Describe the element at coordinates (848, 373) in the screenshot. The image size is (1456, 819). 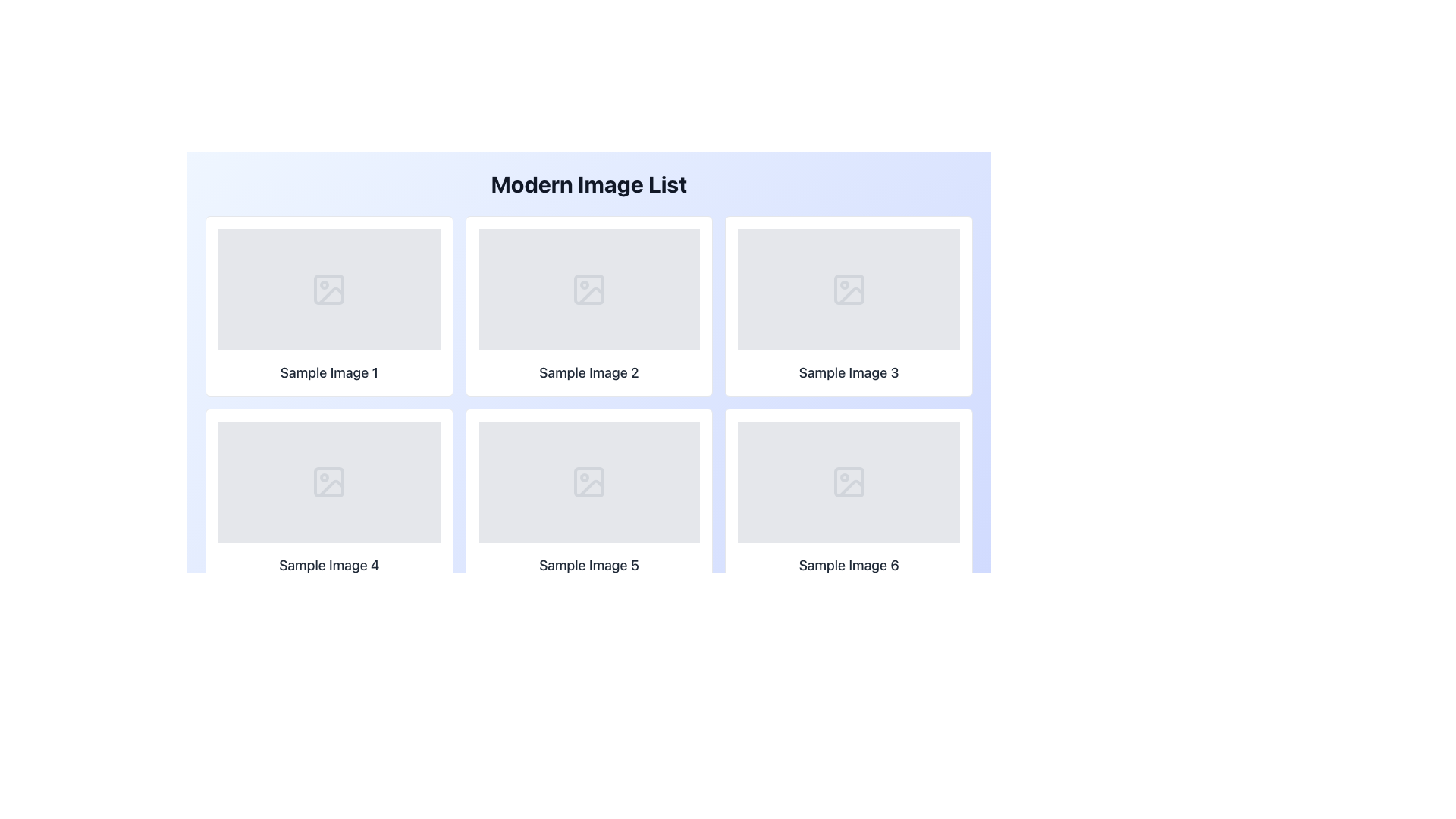
I see `the text label located on the right side of the second row in a grid layout, which serves as a descriptive title for the associated image placeholder` at that location.